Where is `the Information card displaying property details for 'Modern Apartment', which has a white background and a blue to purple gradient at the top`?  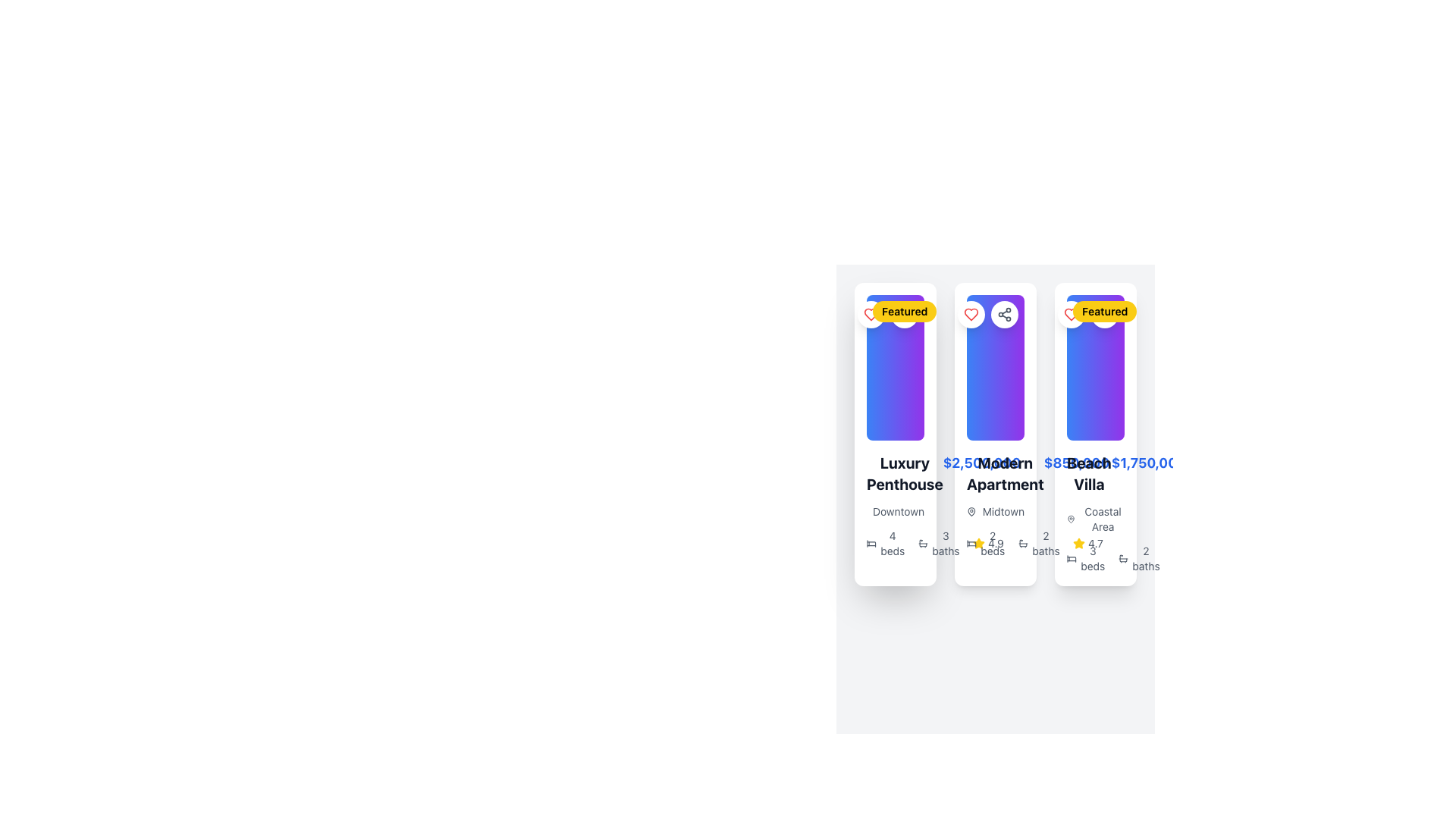
the Information card displaying property details for 'Modern Apartment', which has a white background and a blue to purple gradient at the top is located at coordinates (996, 435).